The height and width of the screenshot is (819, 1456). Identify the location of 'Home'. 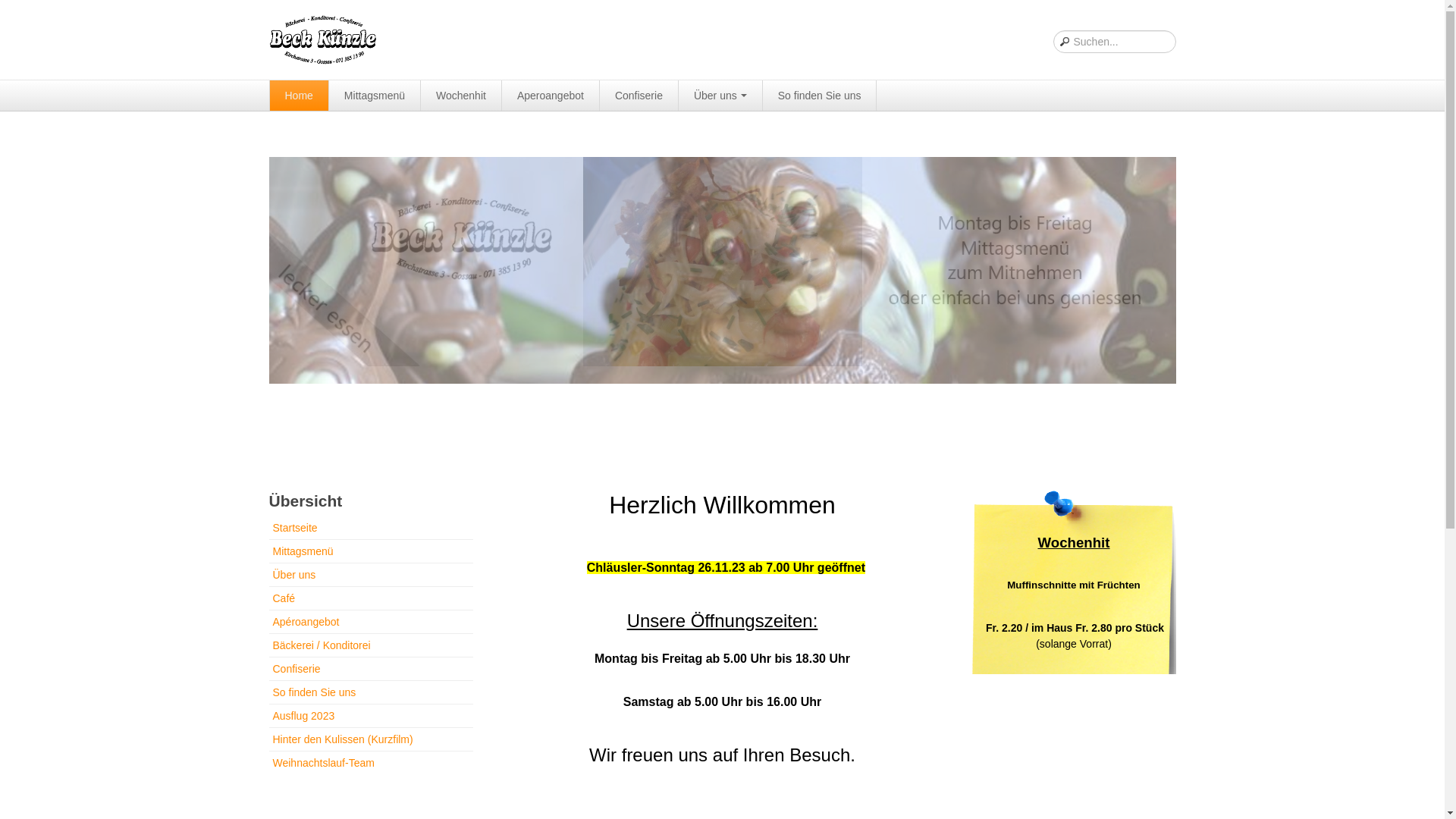
(299, 96).